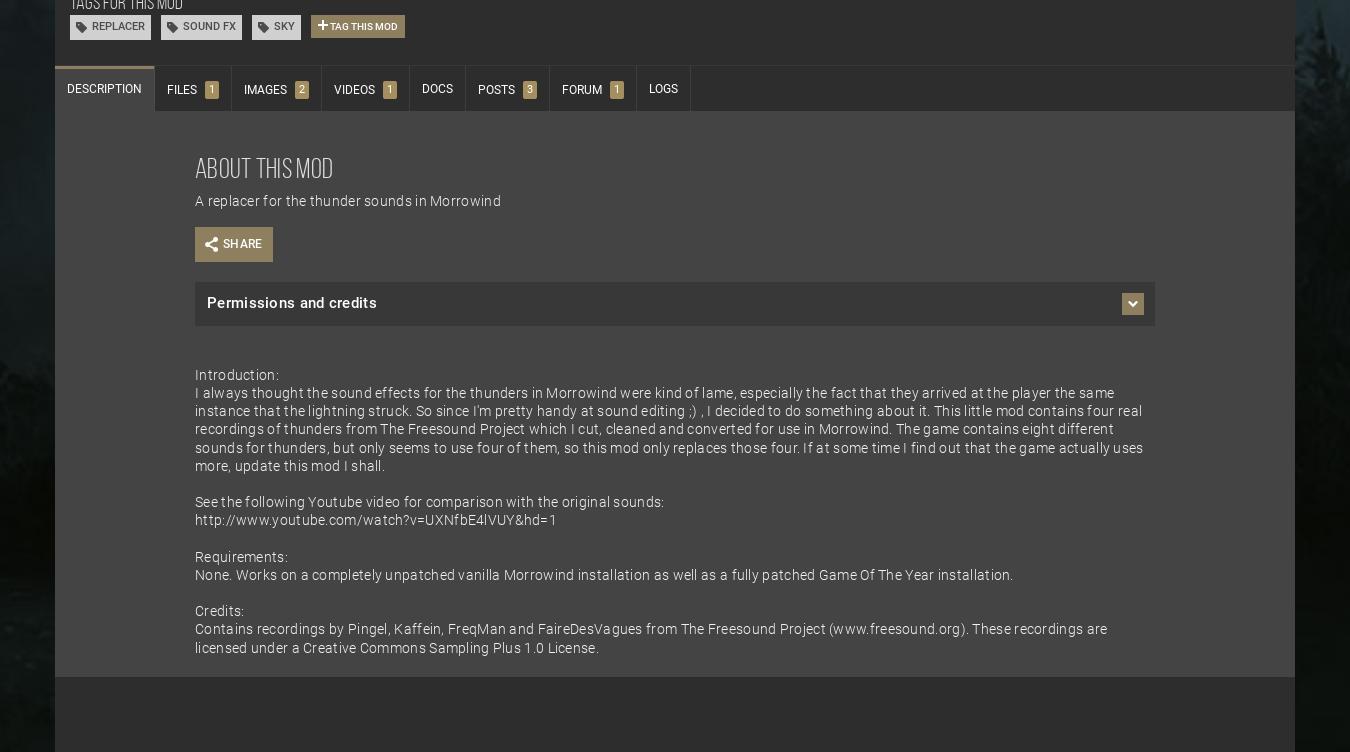 This screenshot has width=1350, height=752. Describe the element at coordinates (354, 90) in the screenshot. I see `'Videos'` at that location.